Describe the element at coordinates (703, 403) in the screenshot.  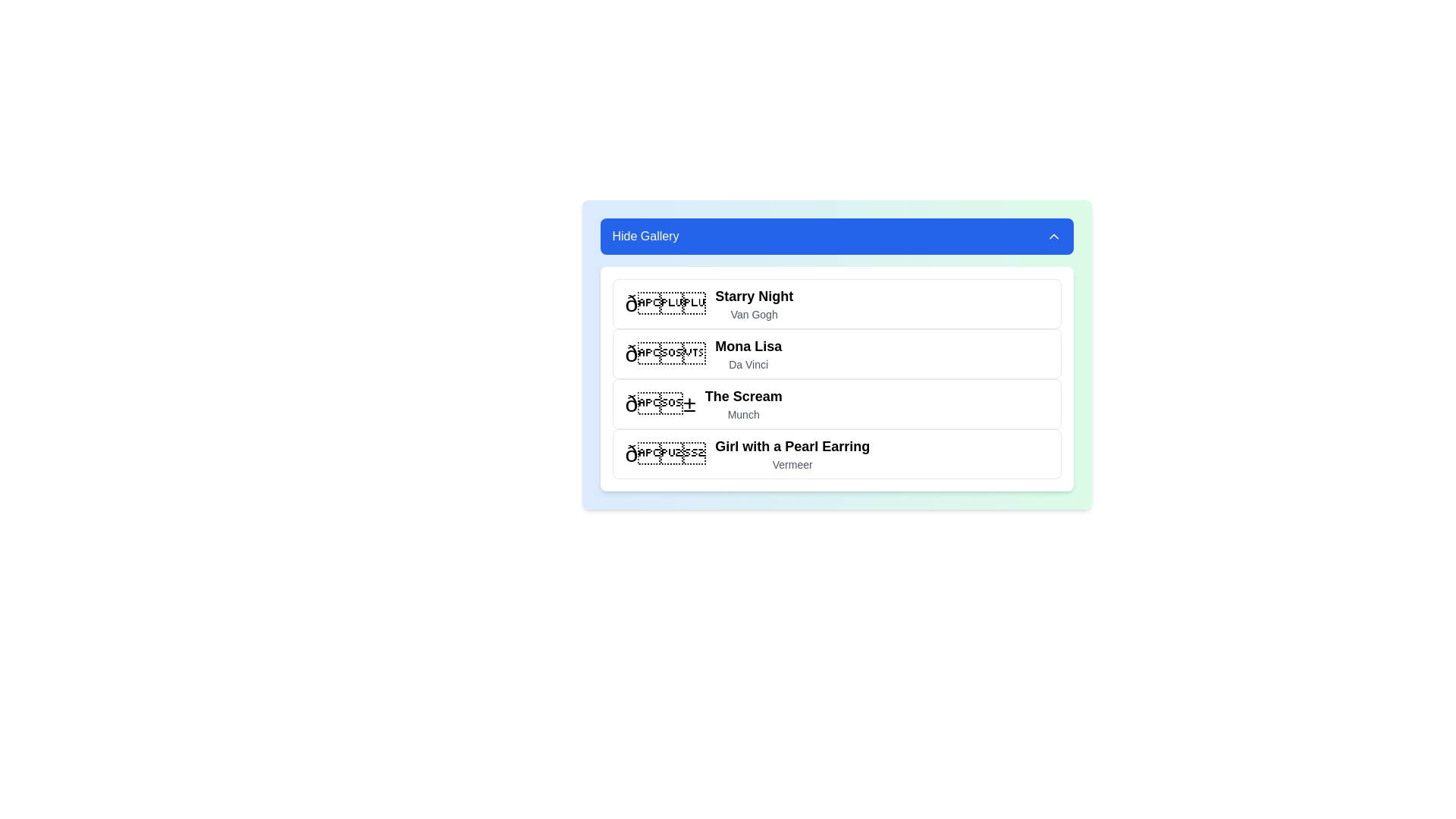
I see `the third list item featuring the bold emoji '😱' and the title 'The Scream'` at that location.